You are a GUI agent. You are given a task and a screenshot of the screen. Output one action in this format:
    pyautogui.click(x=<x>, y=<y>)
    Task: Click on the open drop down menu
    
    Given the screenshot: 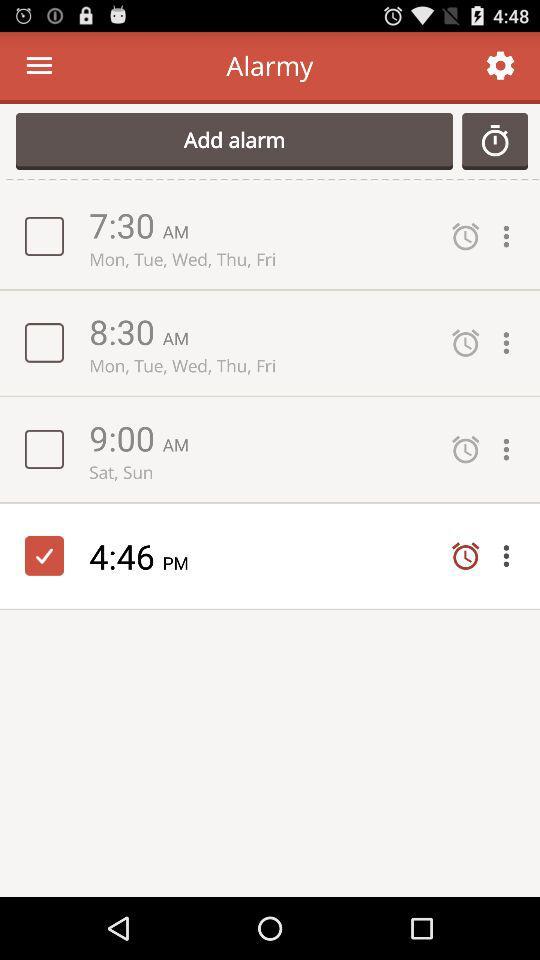 What is the action you would take?
    pyautogui.click(x=511, y=556)
    